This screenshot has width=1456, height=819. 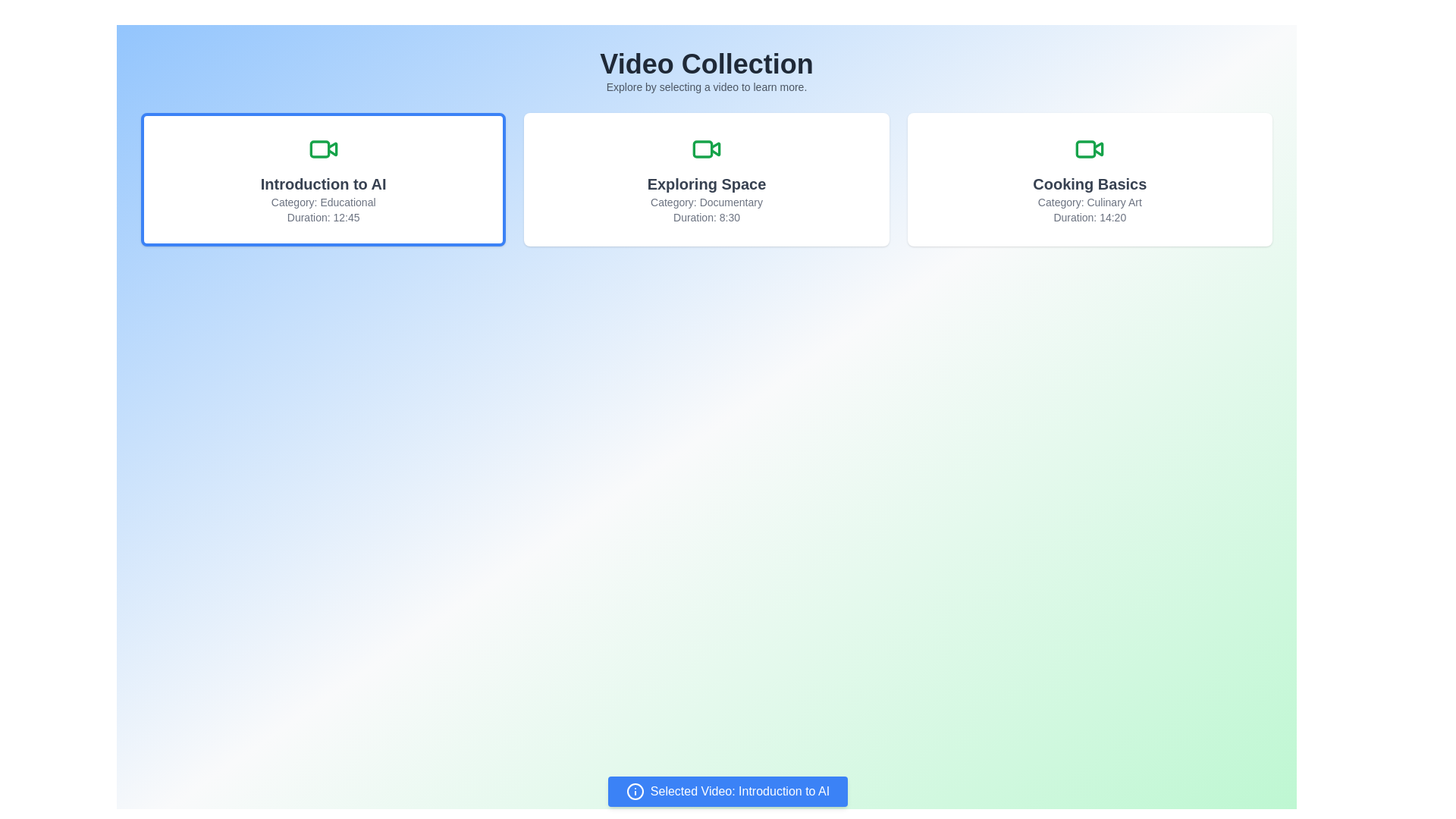 What do you see at coordinates (322, 184) in the screenshot?
I see `the Text element displaying 'Introduction to AI', which is styled with a bold font and gray coloring, located at the top of the first card in a row of three cards` at bounding box center [322, 184].